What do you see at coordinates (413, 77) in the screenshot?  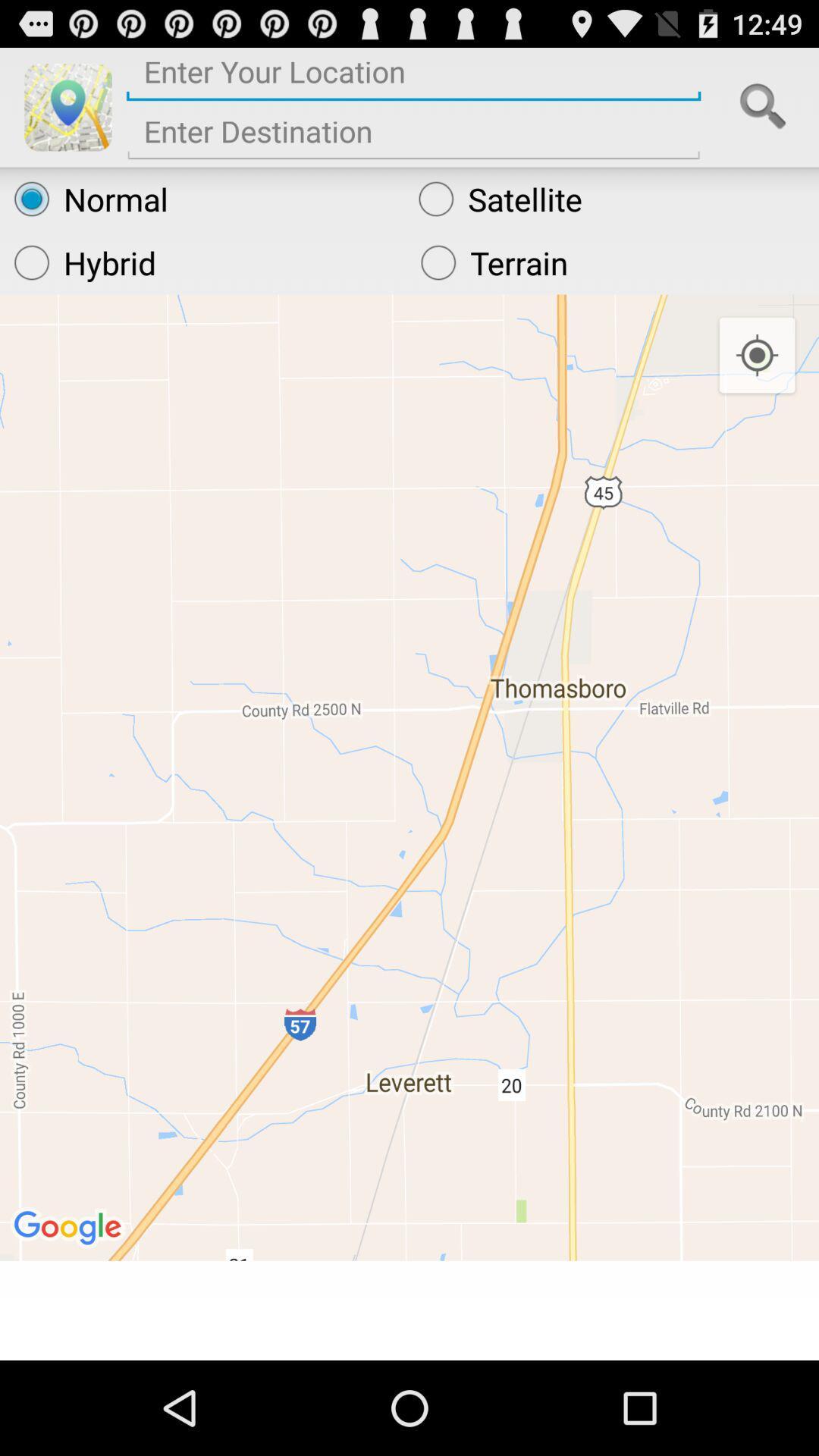 I see `location` at bounding box center [413, 77].